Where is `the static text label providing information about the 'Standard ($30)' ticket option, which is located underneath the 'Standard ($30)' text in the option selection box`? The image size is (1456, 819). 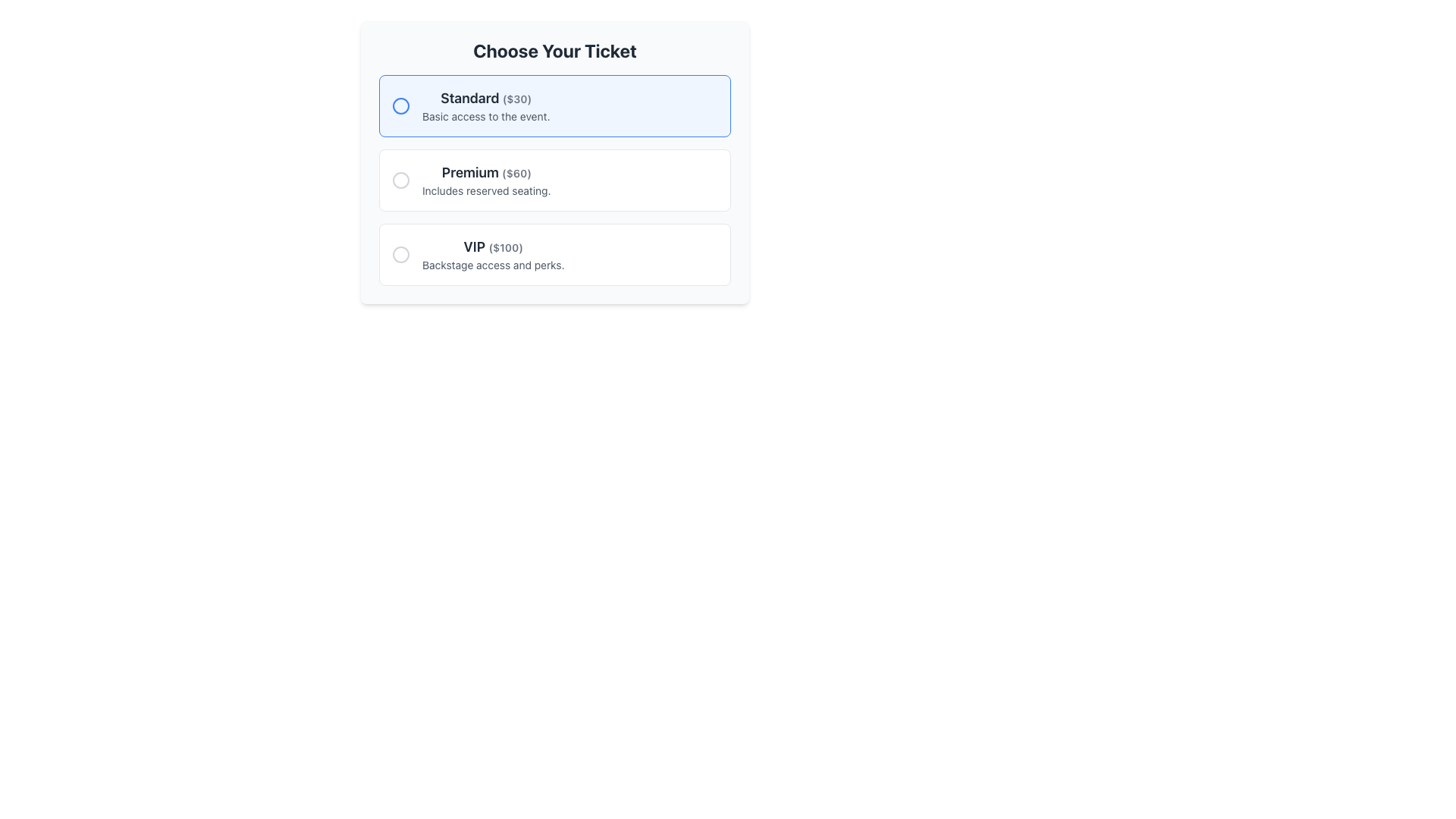 the static text label providing information about the 'Standard ($30)' ticket option, which is located underneath the 'Standard ($30)' text in the option selection box is located at coordinates (486, 116).